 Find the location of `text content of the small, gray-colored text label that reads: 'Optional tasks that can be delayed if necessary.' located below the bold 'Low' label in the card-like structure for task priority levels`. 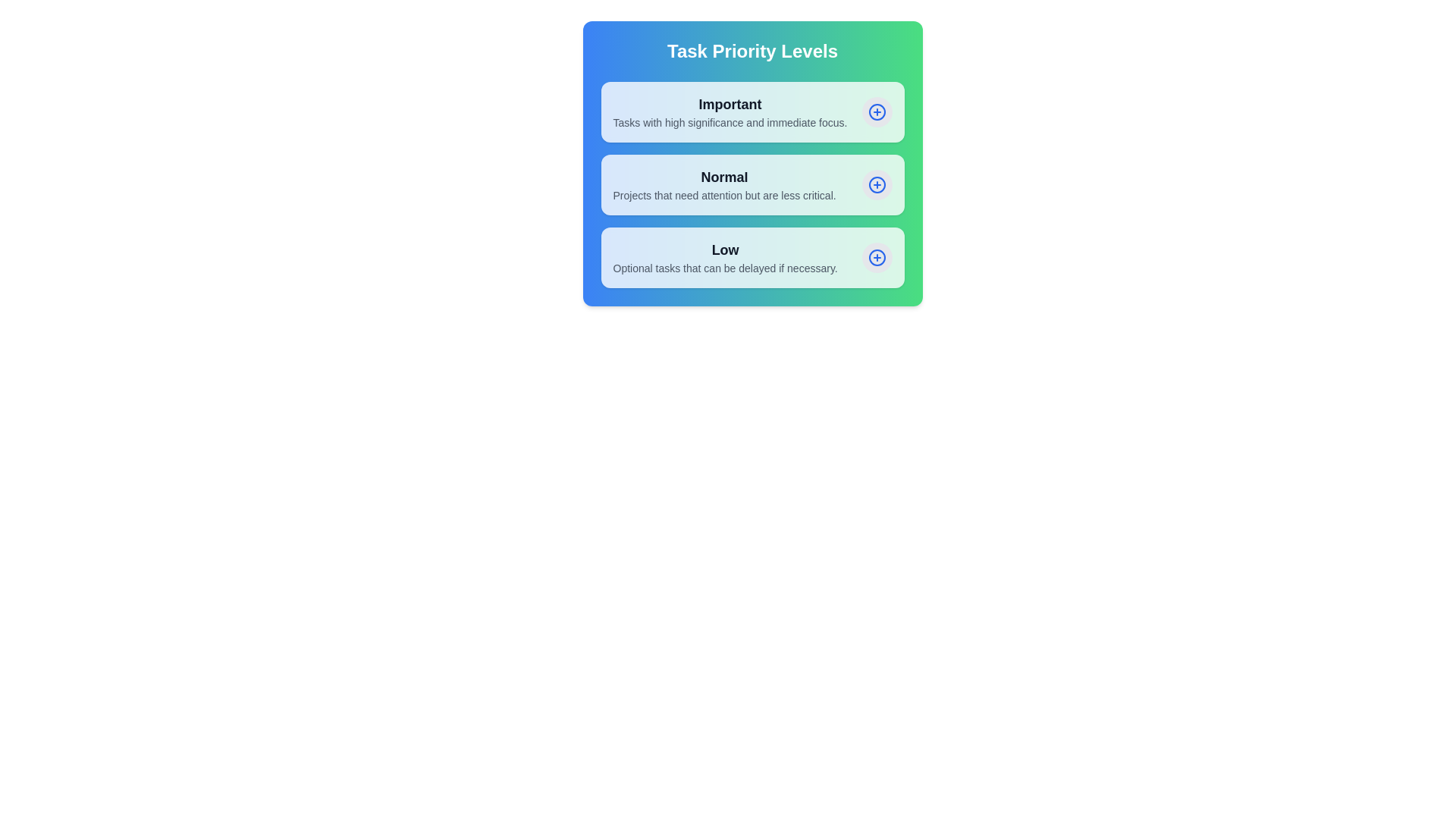

text content of the small, gray-colored text label that reads: 'Optional tasks that can be delayed if necessary.' located below the bold 'Low' label in the card-like structure for task priority levels is located at coordinates (724, 268).